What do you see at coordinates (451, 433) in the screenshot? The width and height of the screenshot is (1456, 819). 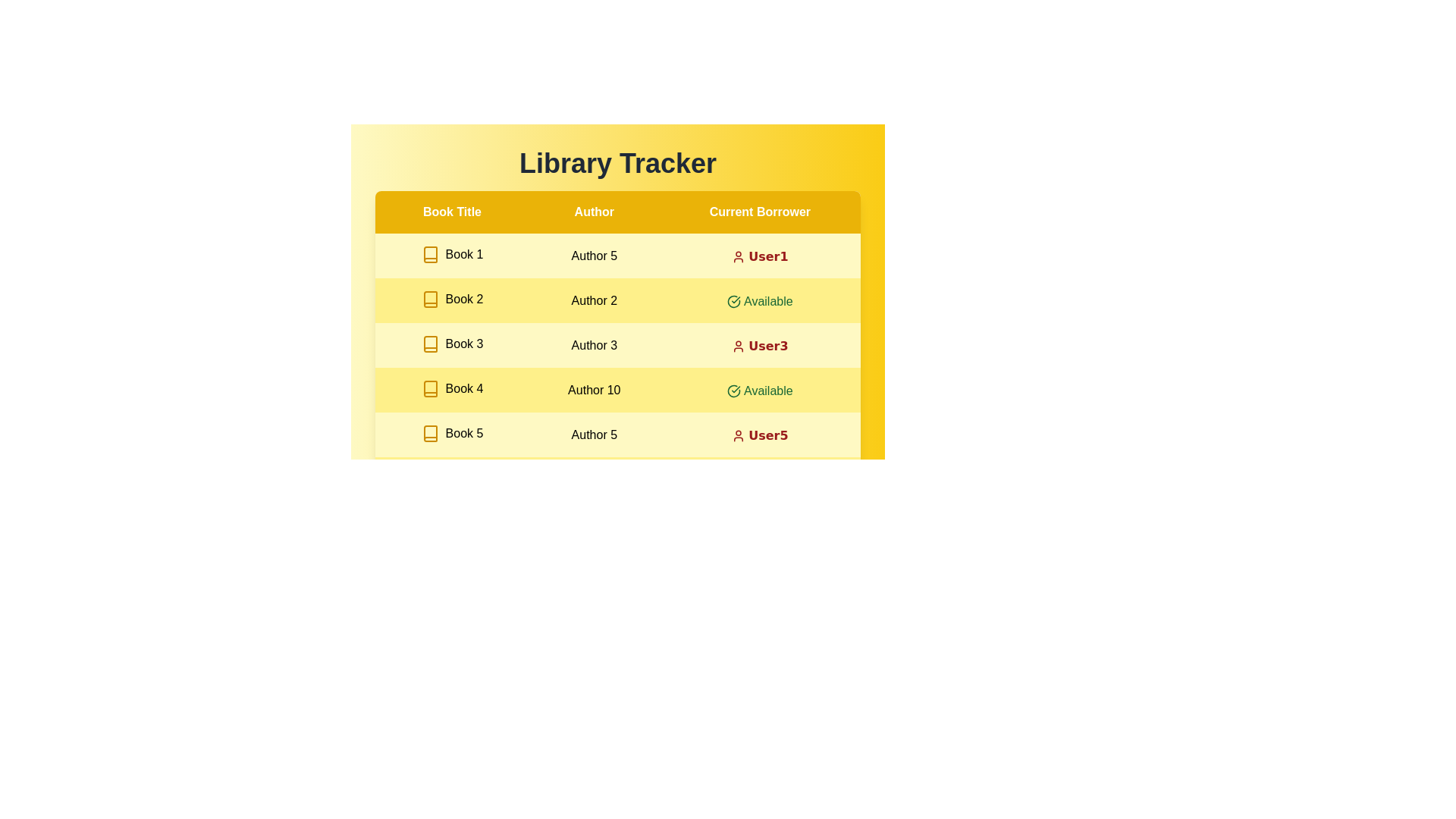 I see `the book title Book 5 to inspect its details` at bounding box center [451, 433].